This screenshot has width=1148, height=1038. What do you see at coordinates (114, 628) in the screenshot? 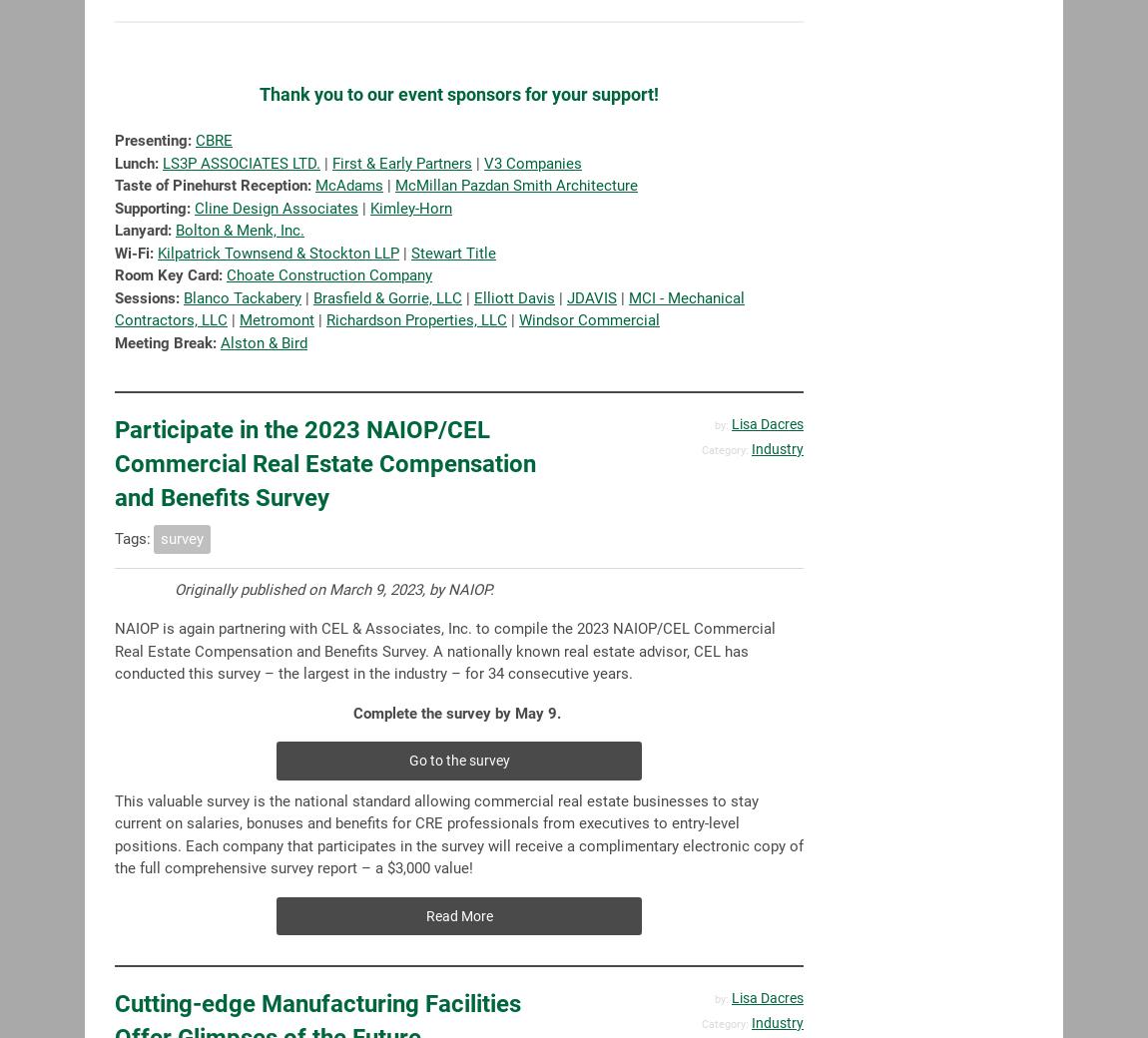
I see `'NAIOP is again partnering with CEL & Associates, Inc. to compile the'` at bounding box center [114, 628].